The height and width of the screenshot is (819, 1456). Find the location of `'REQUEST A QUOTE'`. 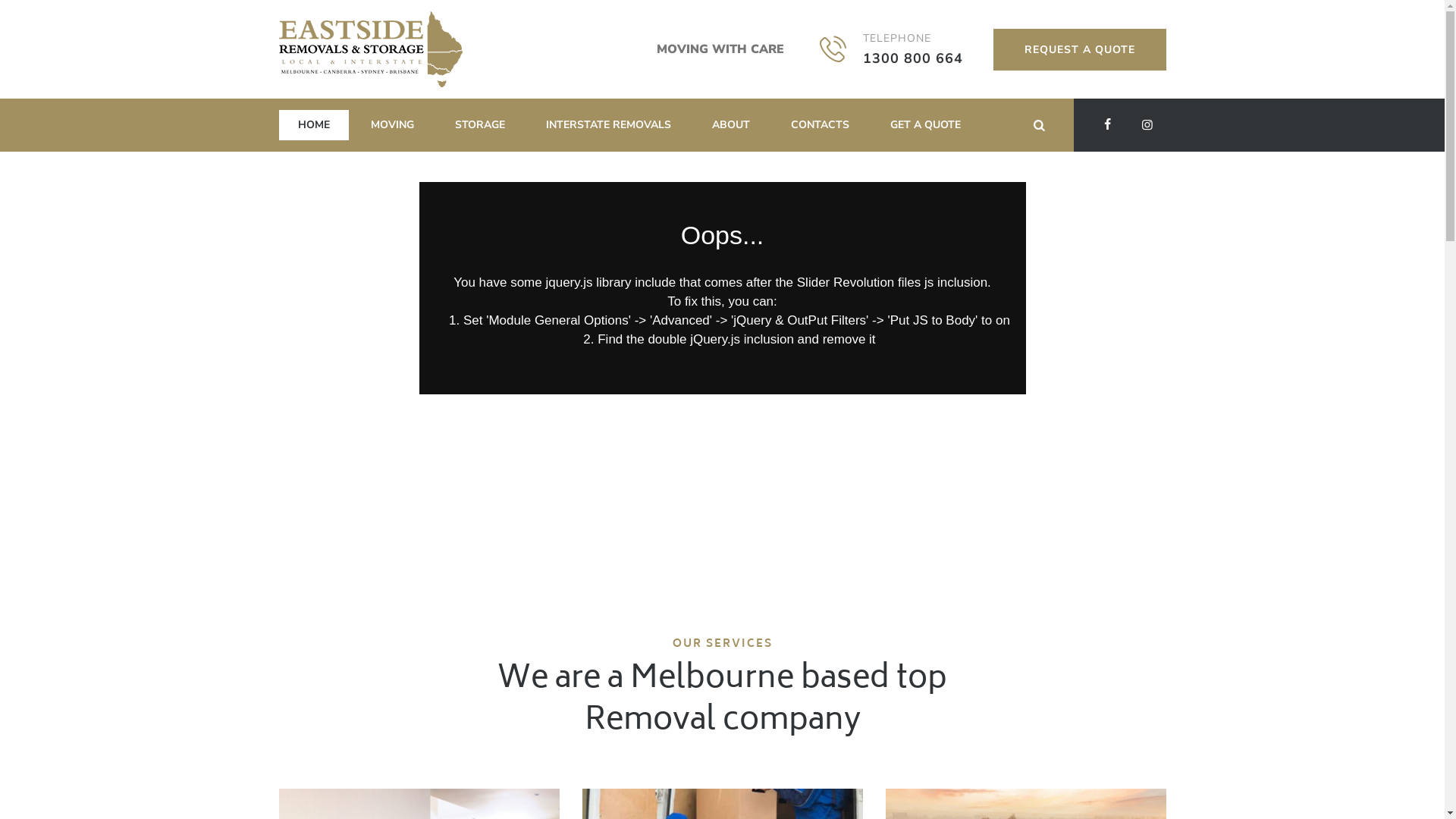

'REQUEST A QUOTE' is located at coordinates (1079, 49).